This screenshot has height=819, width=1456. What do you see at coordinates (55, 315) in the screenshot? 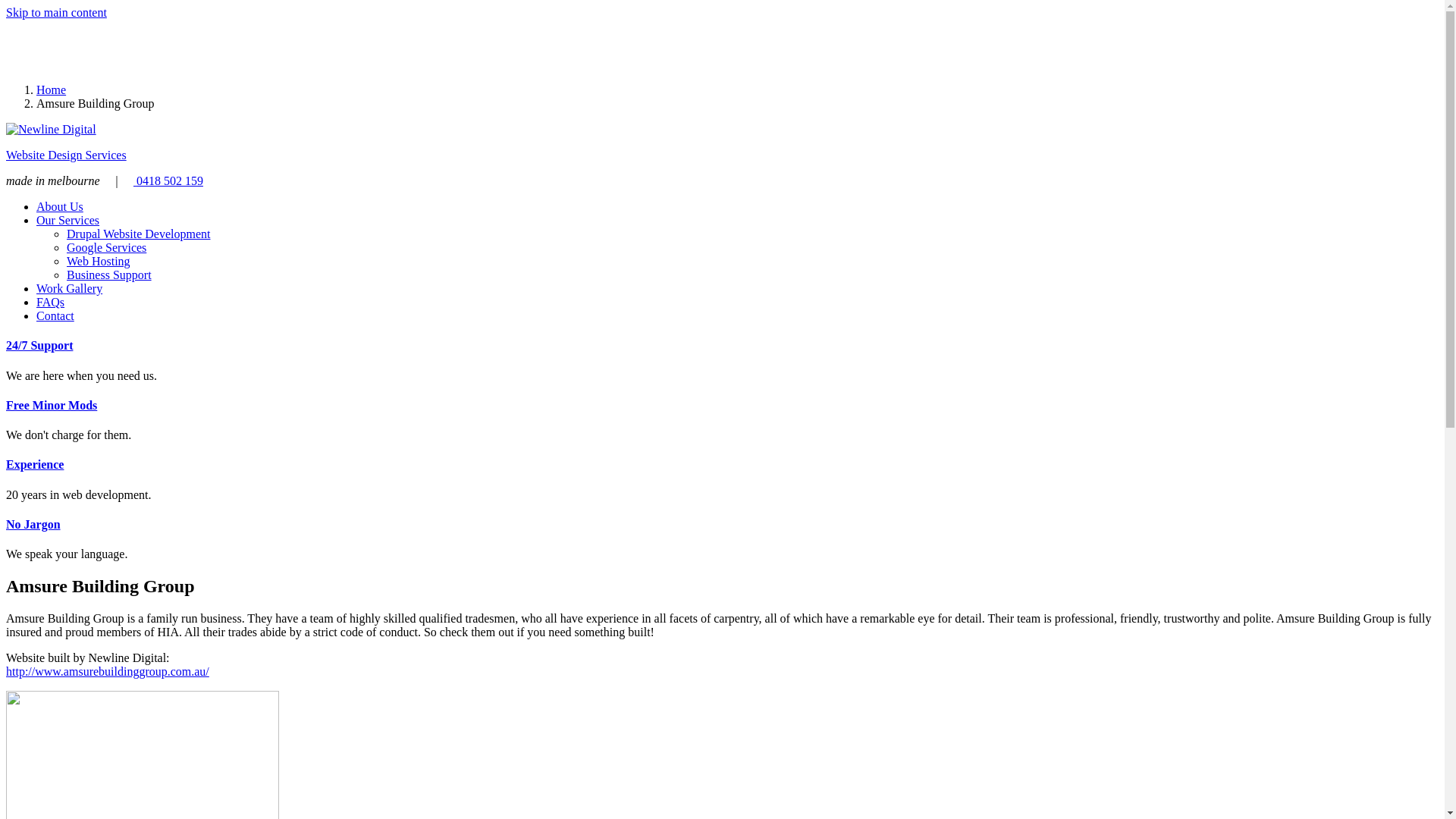
I see `'Contact'` at bounding box center [55, 315].